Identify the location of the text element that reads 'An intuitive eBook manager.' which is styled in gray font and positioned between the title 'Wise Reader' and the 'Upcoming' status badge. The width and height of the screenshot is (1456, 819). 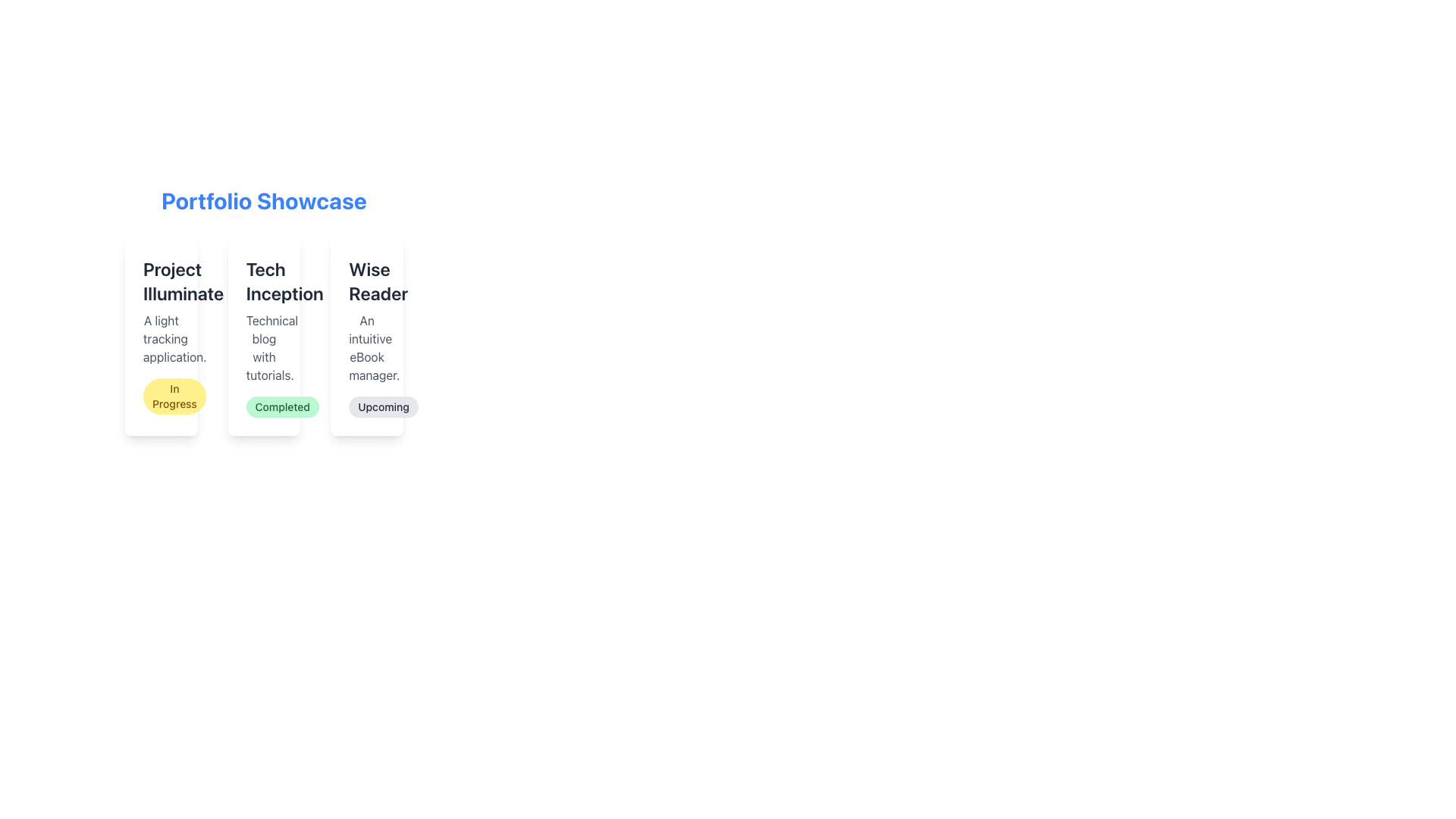
(367, 348).